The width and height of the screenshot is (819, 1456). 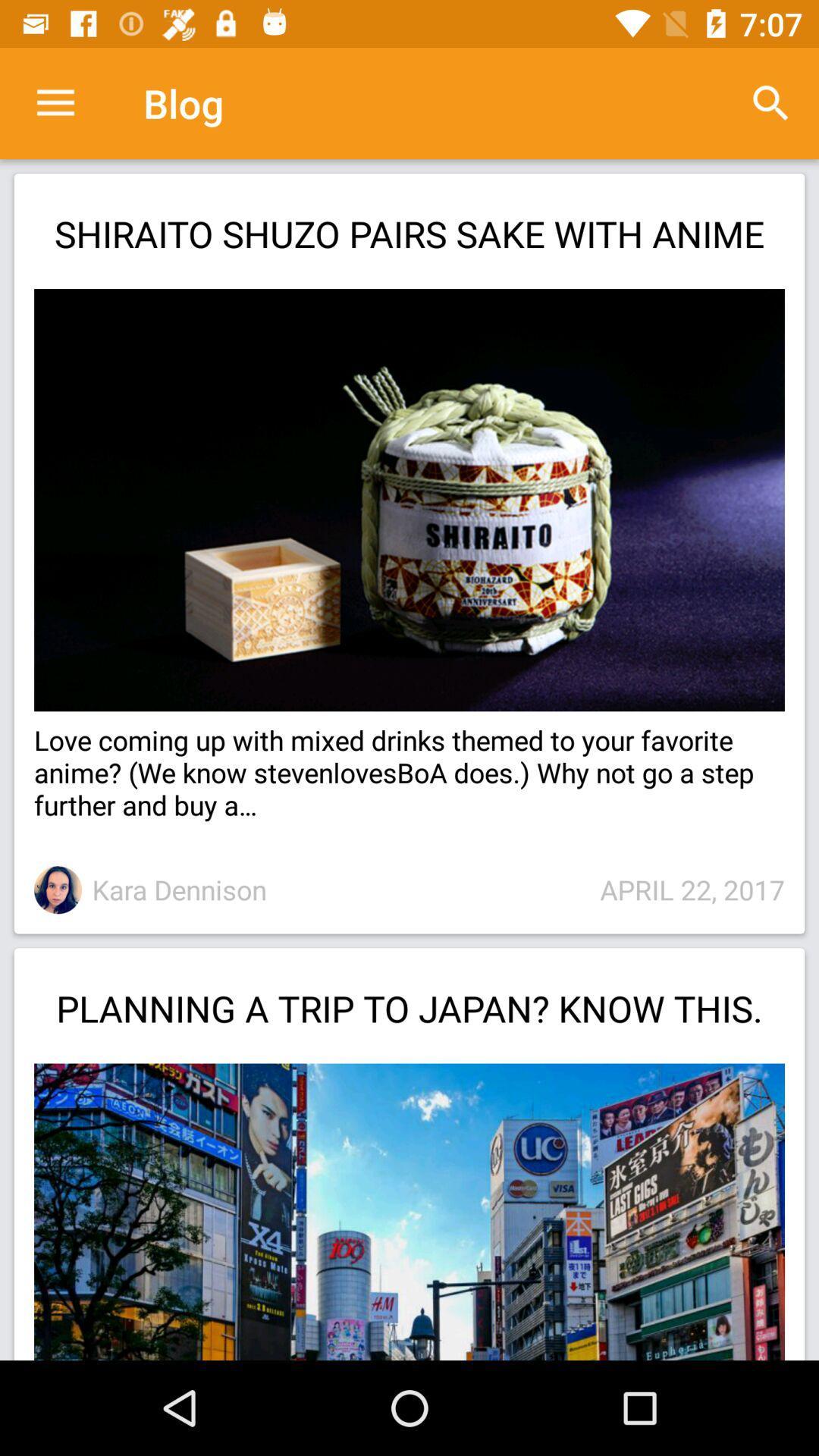 What do you see at coordinates (771, 102) in the screenshot?
I see `the item next to the blog` at bounding box center [771, 102].